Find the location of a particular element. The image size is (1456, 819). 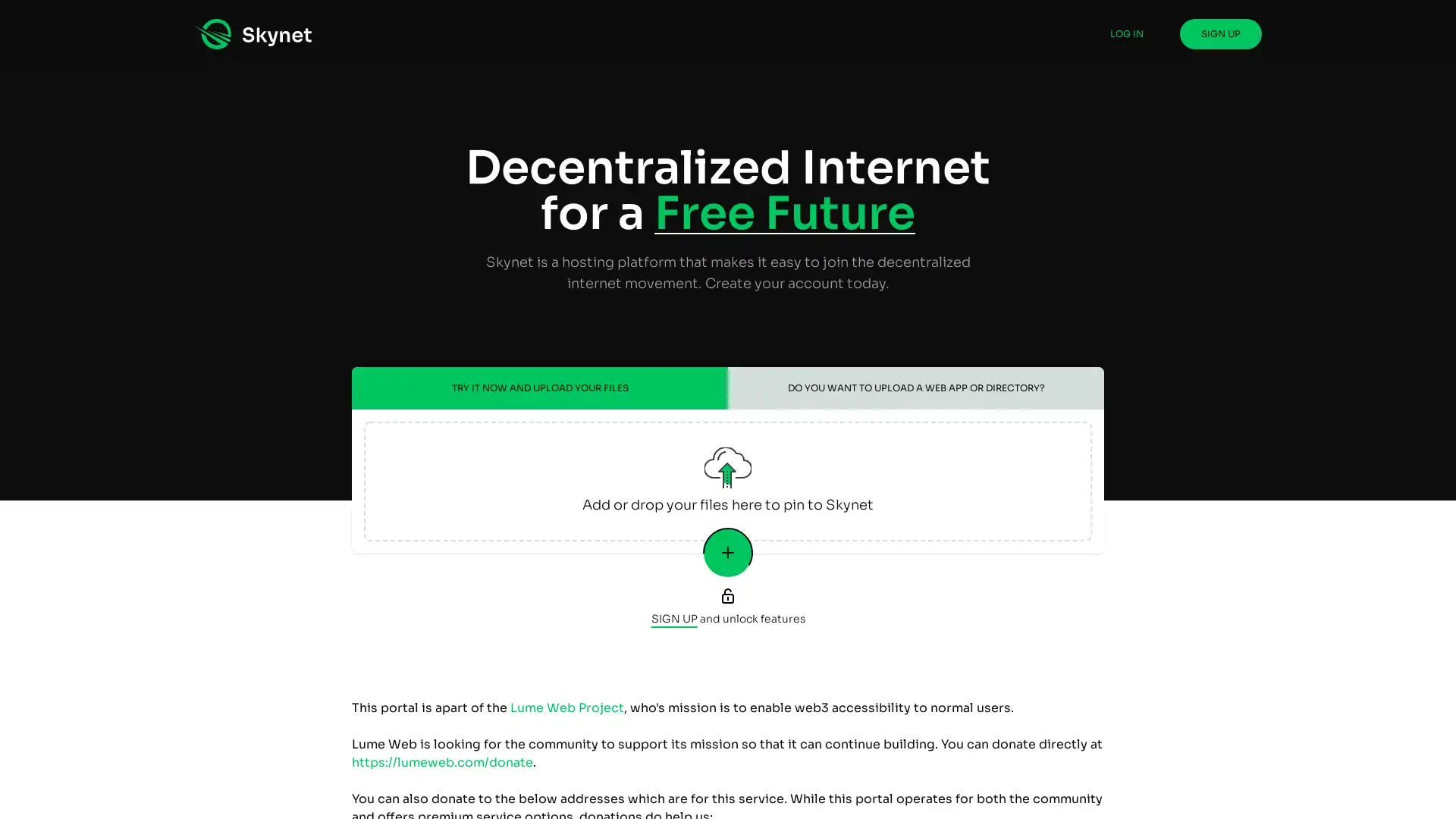

TRY IT NOW AND UPLOAD YOUR FILES is located at coordinates (539, 388).